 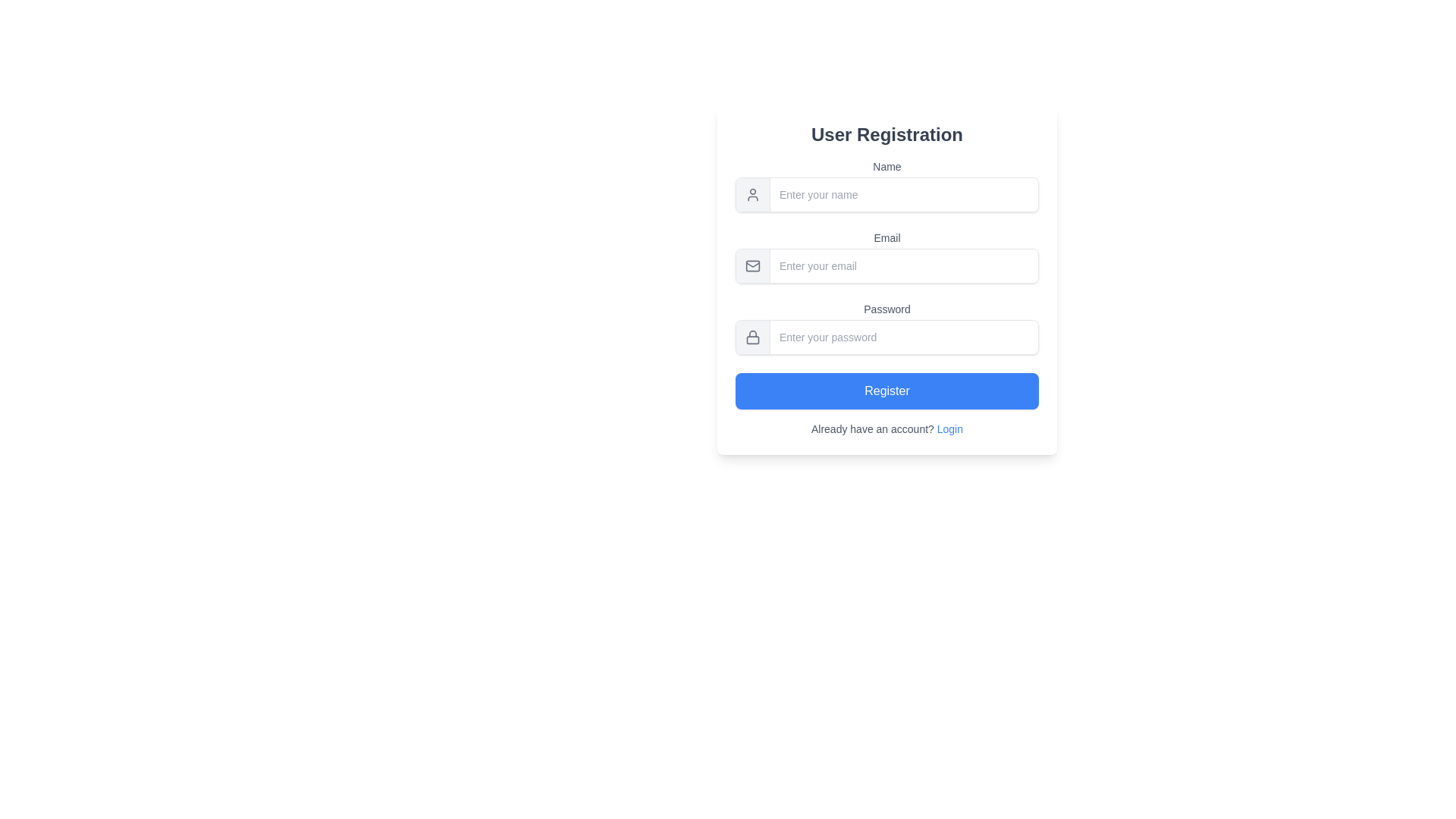 I want to click on the Decorative SVG rectangle component that is part of the envelope icon next to the email input field, so click(x=753, y=265).